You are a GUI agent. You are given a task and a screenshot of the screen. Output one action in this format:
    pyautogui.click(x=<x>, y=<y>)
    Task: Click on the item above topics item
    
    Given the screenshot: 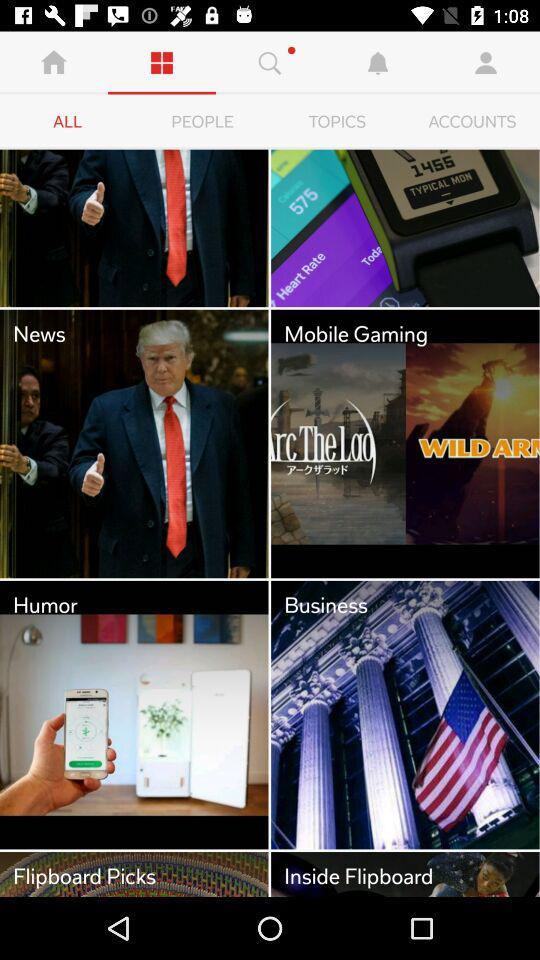 What is the action you would take?
    pyautogui.click(x=378, y=62)
    